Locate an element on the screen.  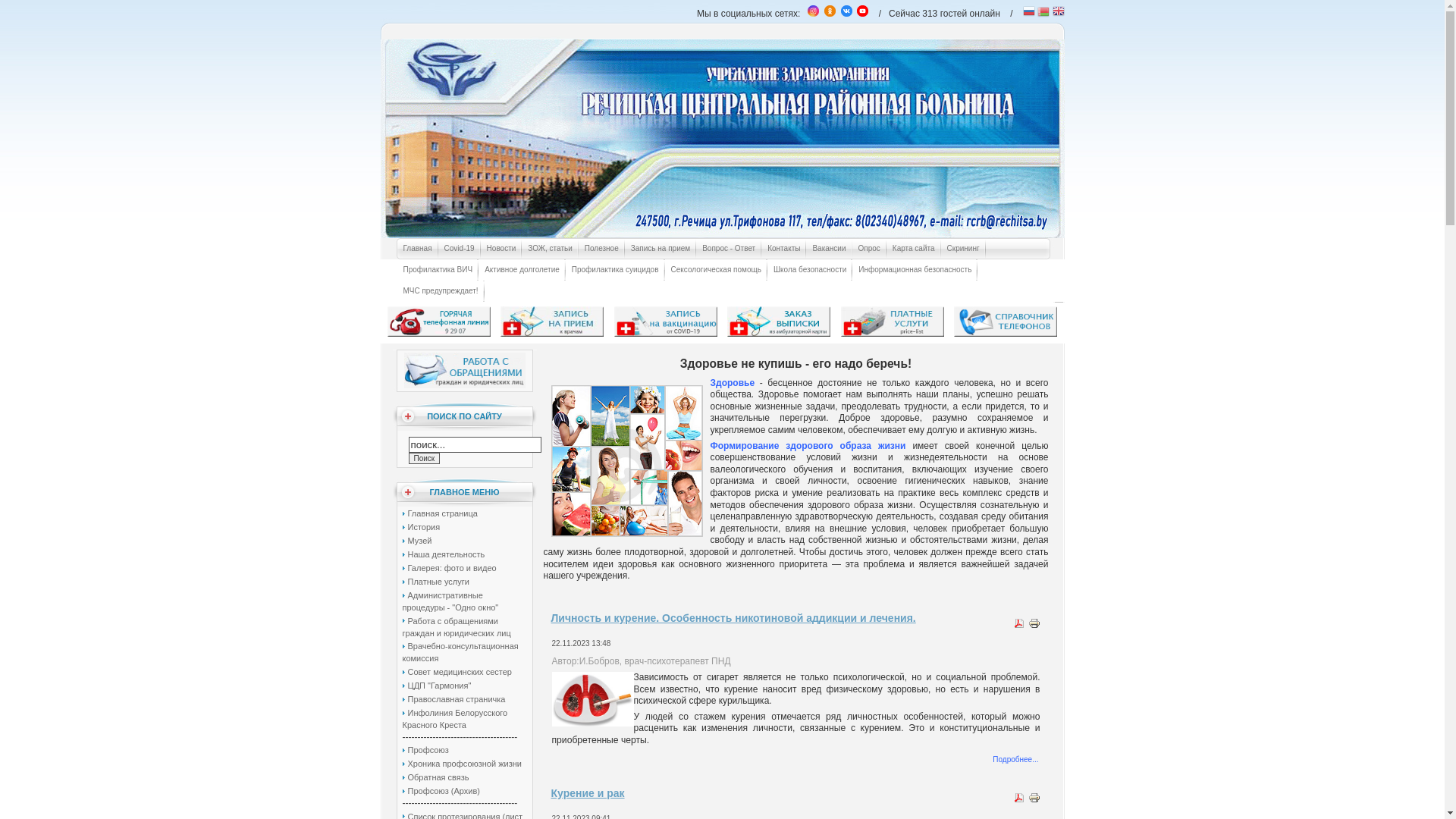
'PDF' is located at coordinates (1019, 626).